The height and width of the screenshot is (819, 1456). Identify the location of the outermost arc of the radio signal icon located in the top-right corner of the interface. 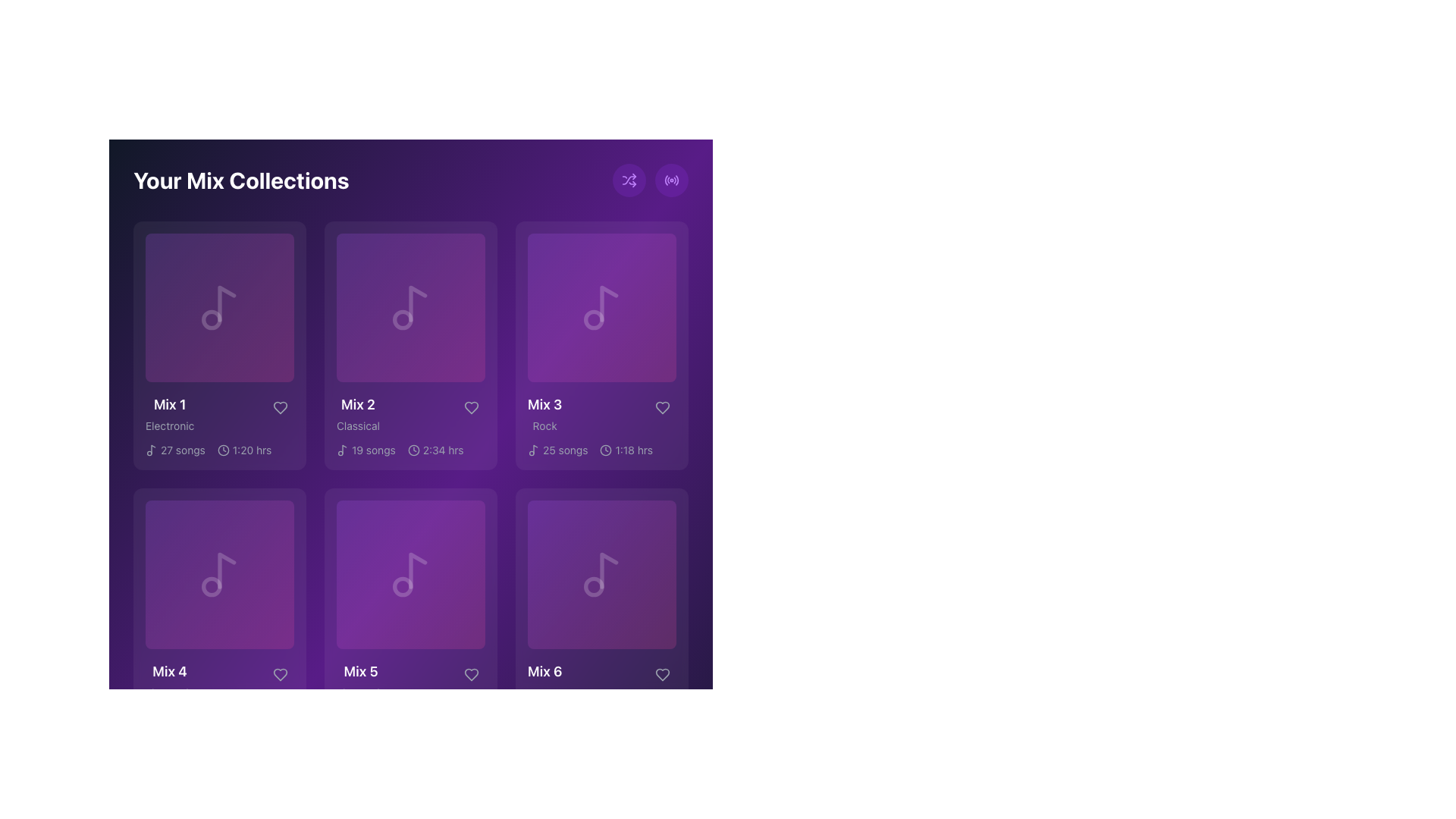
(666, 180).